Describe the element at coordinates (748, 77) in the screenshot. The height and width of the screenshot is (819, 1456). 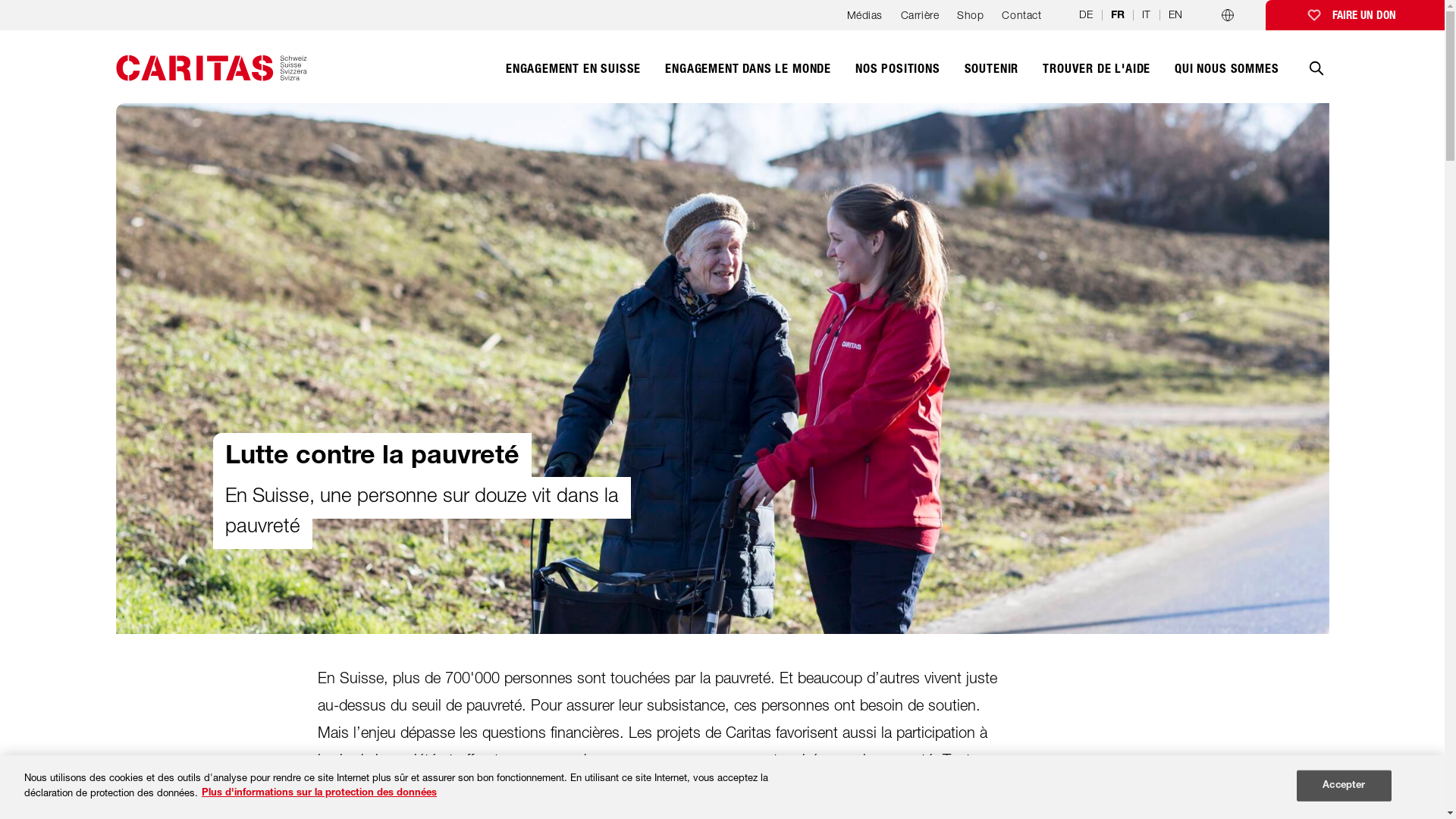
I see `'ENGAGEMENT DANS LE MONDE'` at that location.